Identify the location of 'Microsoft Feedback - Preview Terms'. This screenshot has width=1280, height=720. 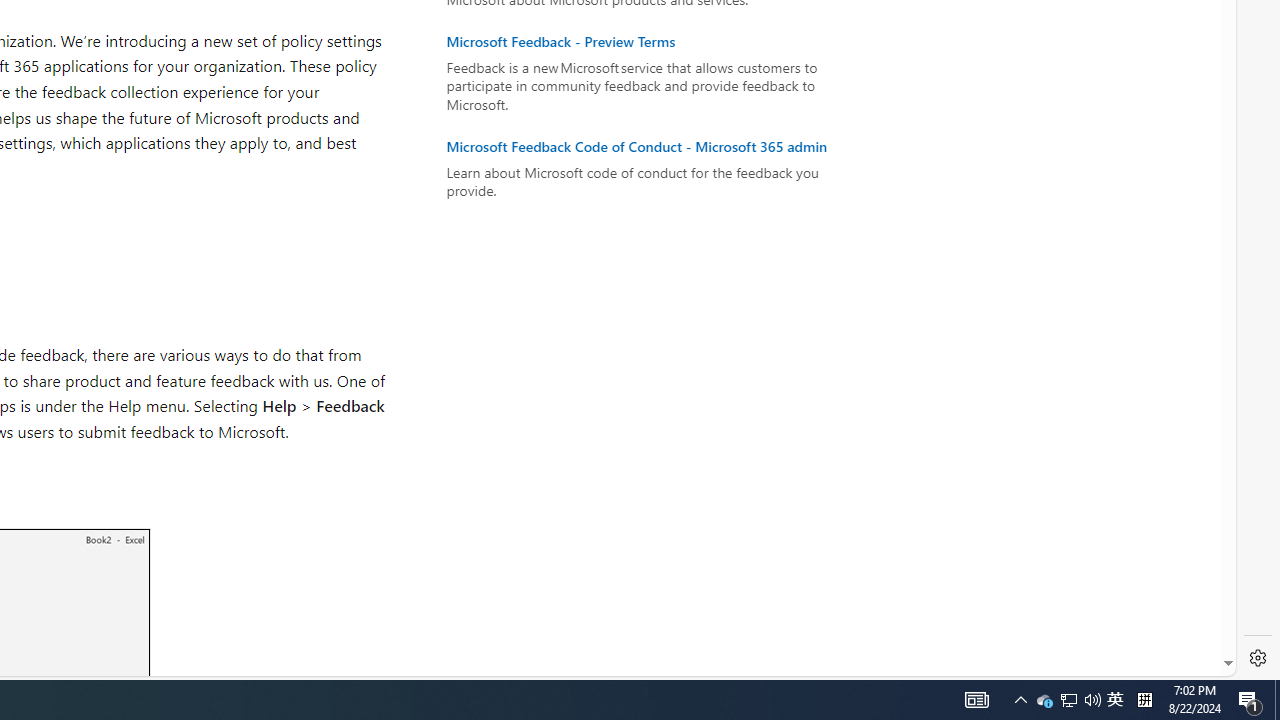
(647, 42).